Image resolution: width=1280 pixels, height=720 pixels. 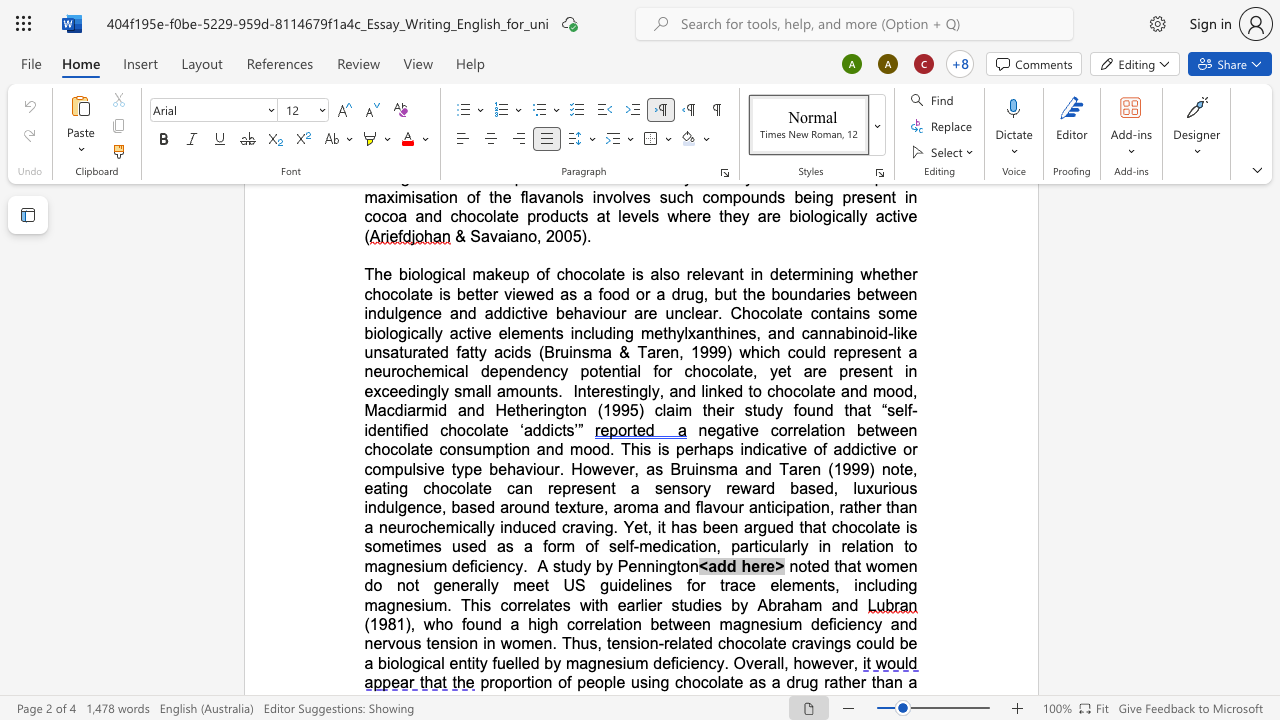 I want to click on the space between the continuous character "p" and "s" in the text, so click(x=724, y=448).